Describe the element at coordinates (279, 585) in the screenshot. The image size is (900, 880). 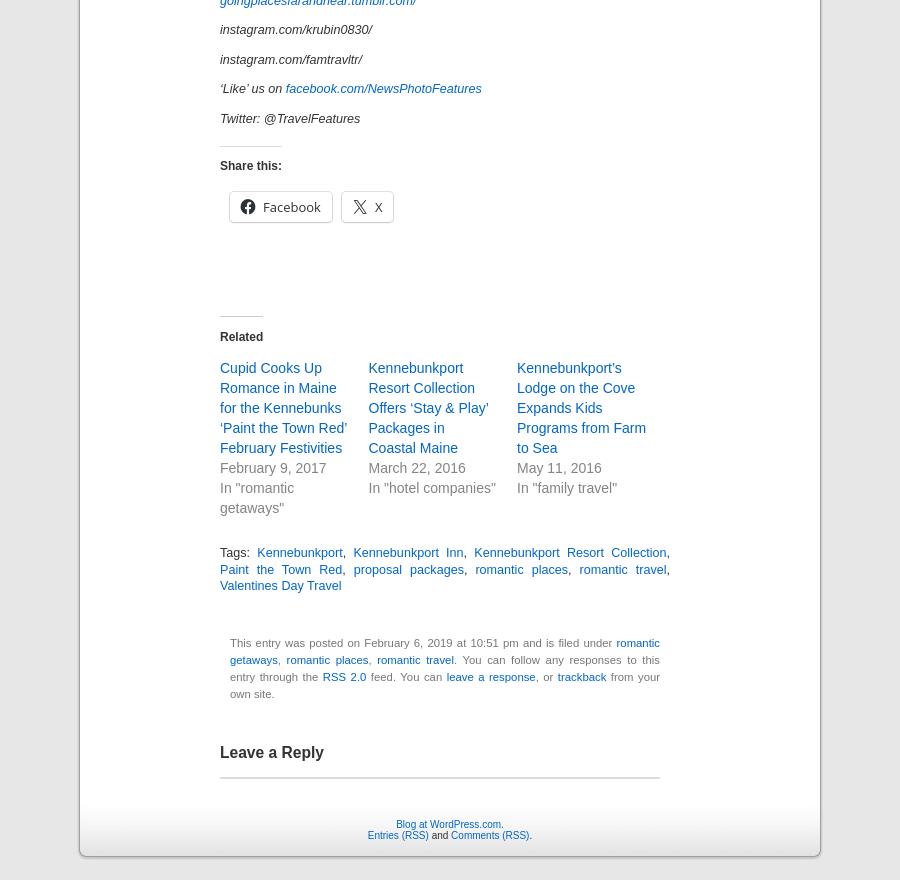
I see `'Valentines Day Travel'` at that location.